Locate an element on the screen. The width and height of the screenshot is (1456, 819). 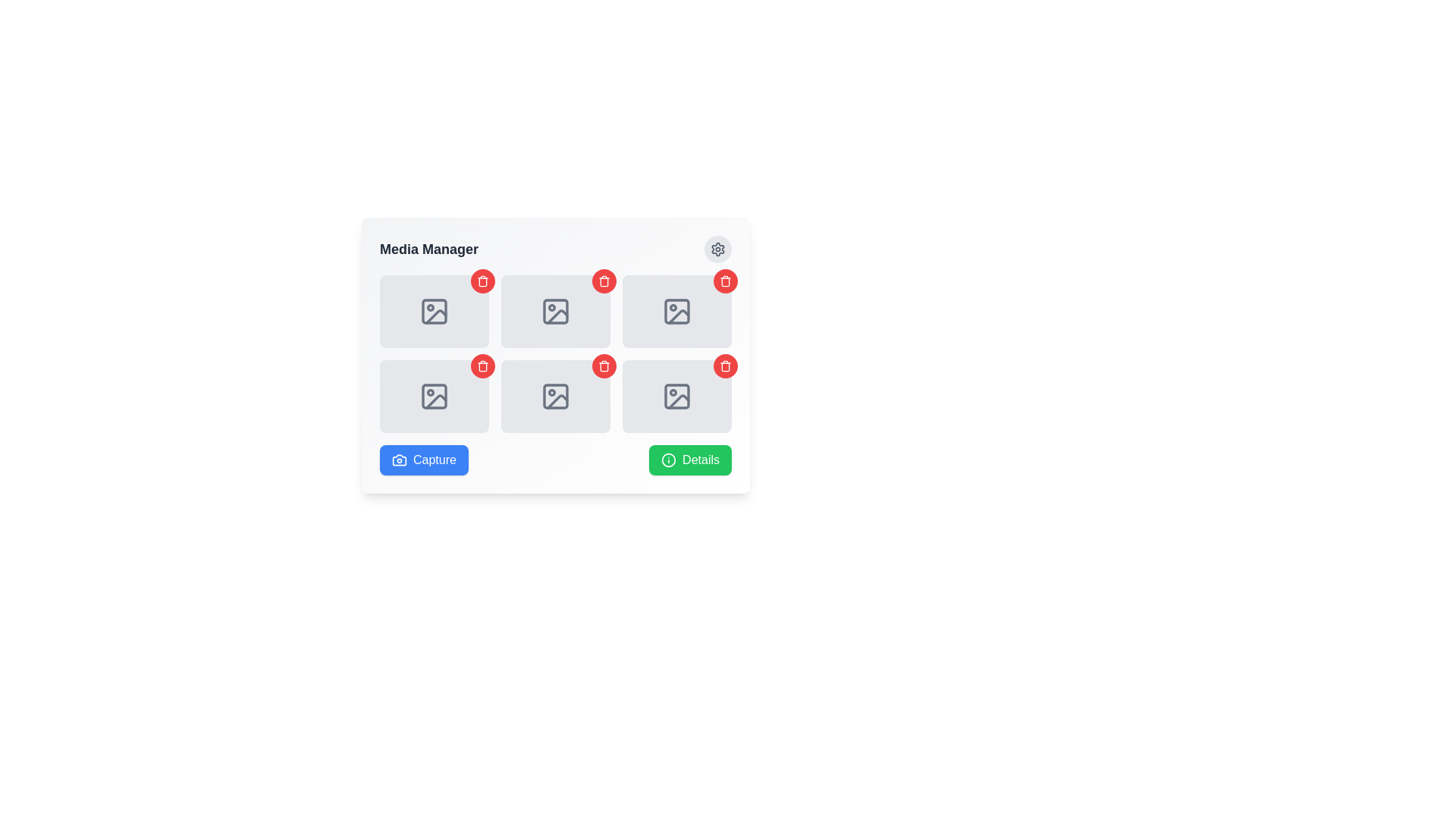
the 'Capture' button which contains the camera icon, located in the bottom-left corner of the interface is located at coordinates (400, 459).